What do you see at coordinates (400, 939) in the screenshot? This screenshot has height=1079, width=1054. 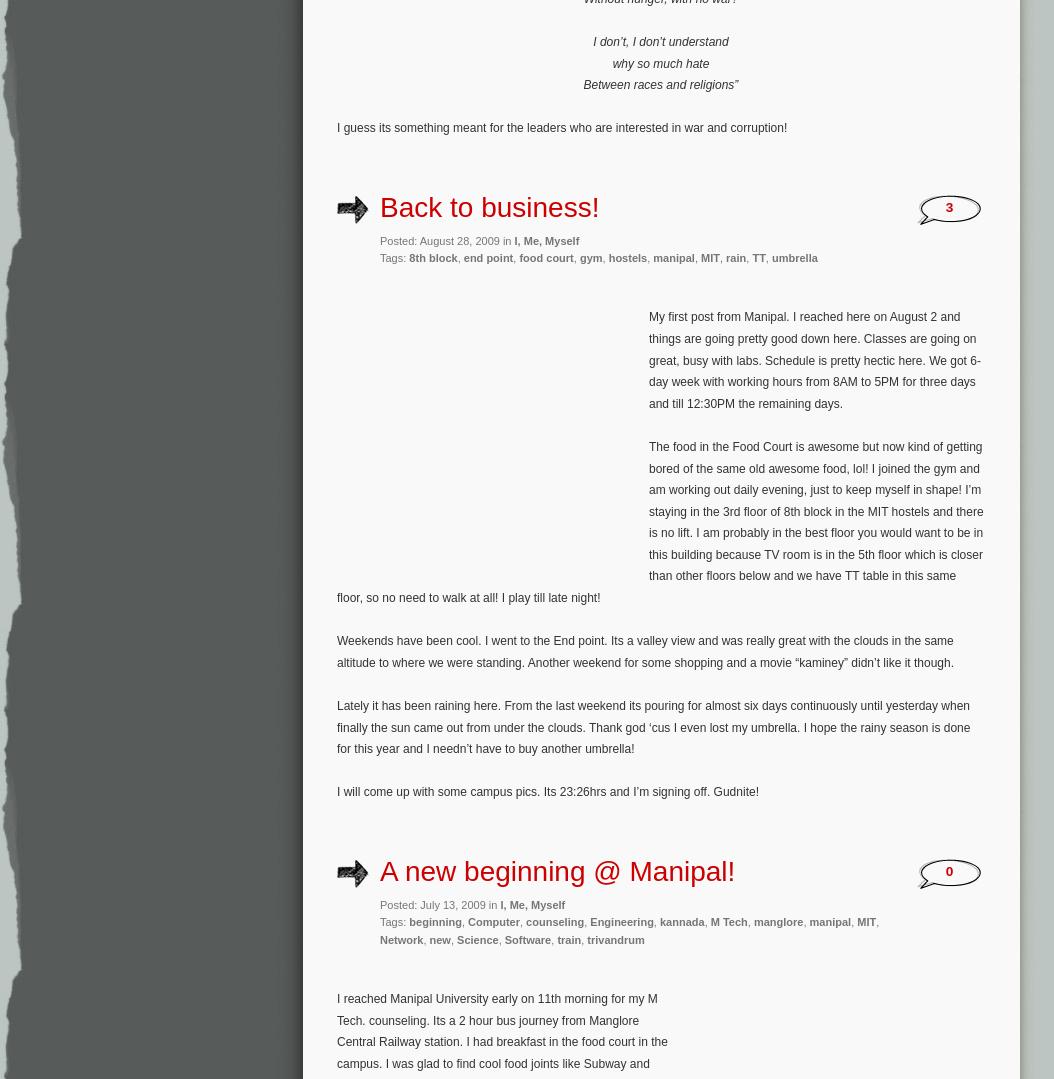 I see `'Network'` at bounding box center [400, 939].